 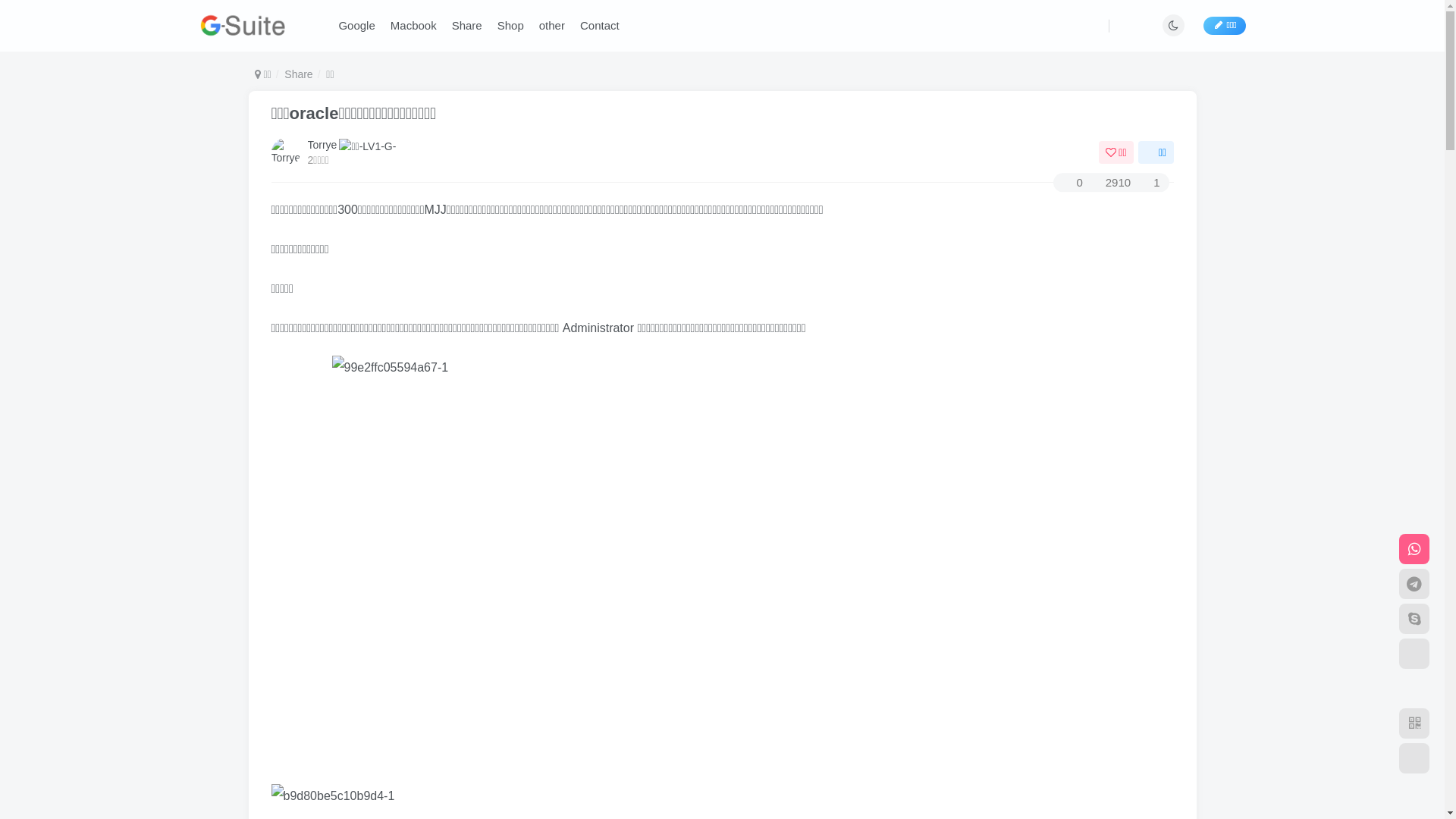 I want to click on '99e2ffc05594a67-1', so click(x=722, y=562).